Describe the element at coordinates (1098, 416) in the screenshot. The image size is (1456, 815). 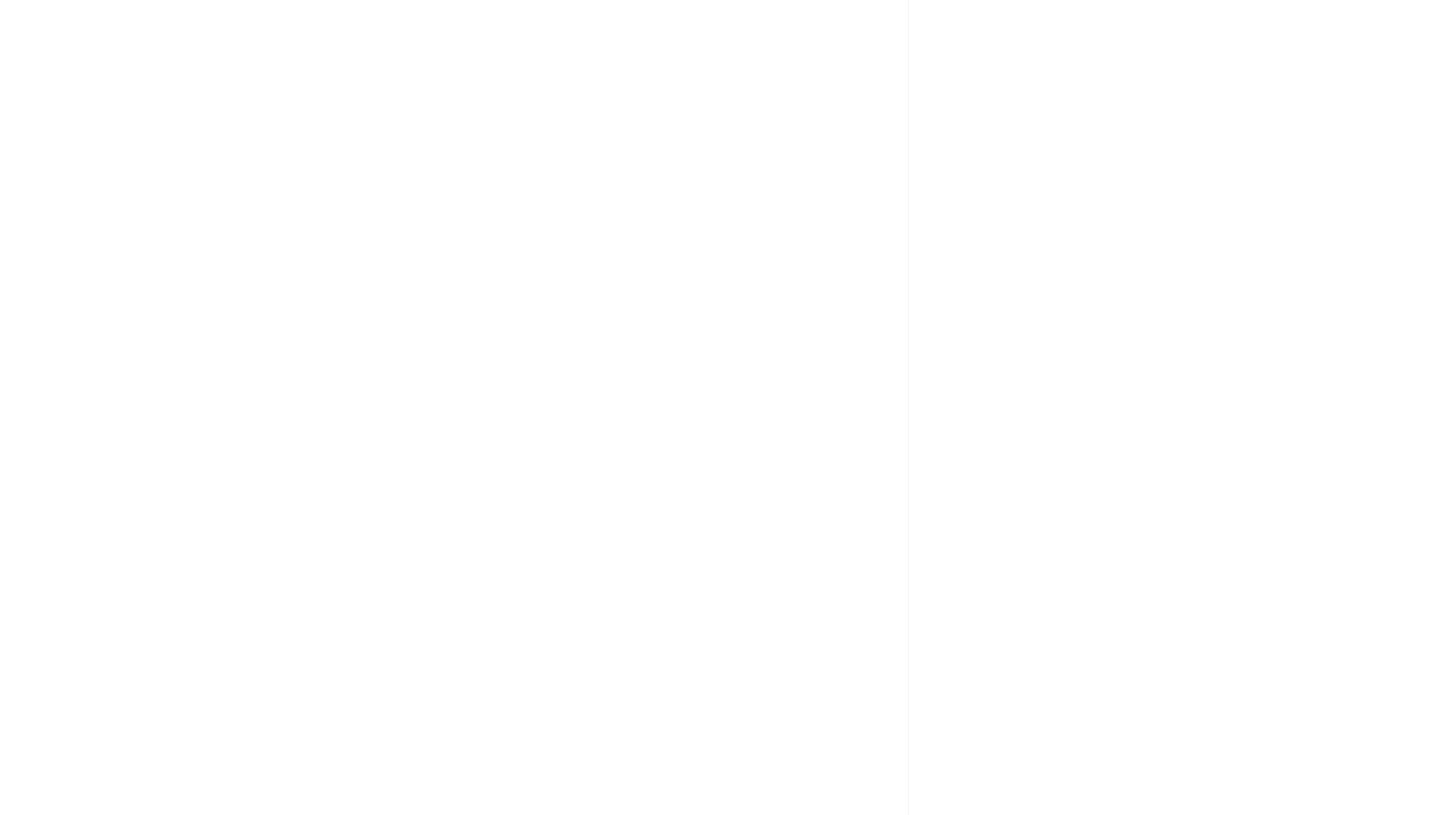
I see `'Web.Com (India) Pvt. Ltd.'` at that location.